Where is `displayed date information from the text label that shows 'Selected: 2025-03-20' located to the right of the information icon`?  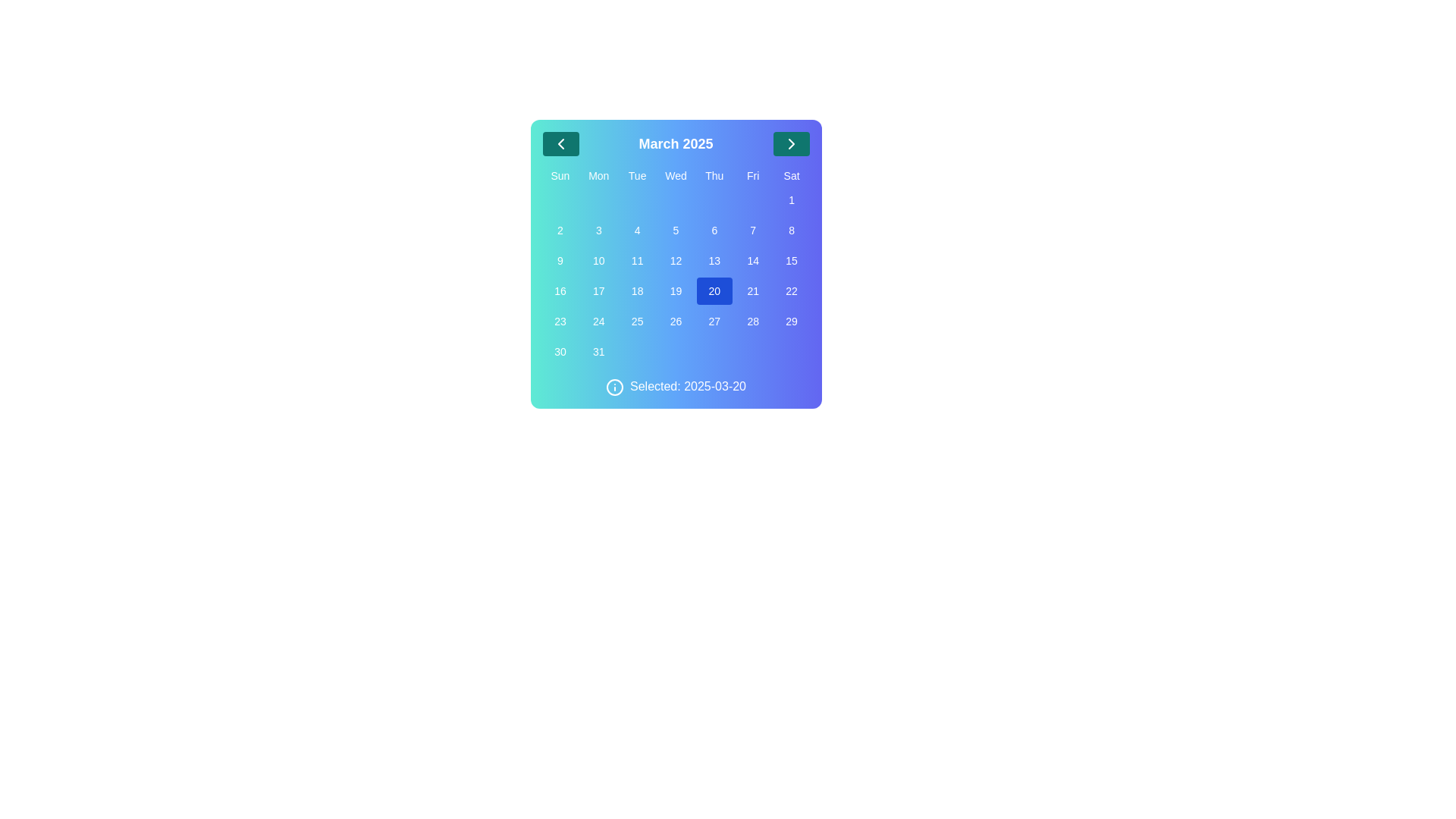
displayed date information from the text label that shows 'Selected: 2025-03-20' located to the right of the information icon is located at coordinates (714, 385).